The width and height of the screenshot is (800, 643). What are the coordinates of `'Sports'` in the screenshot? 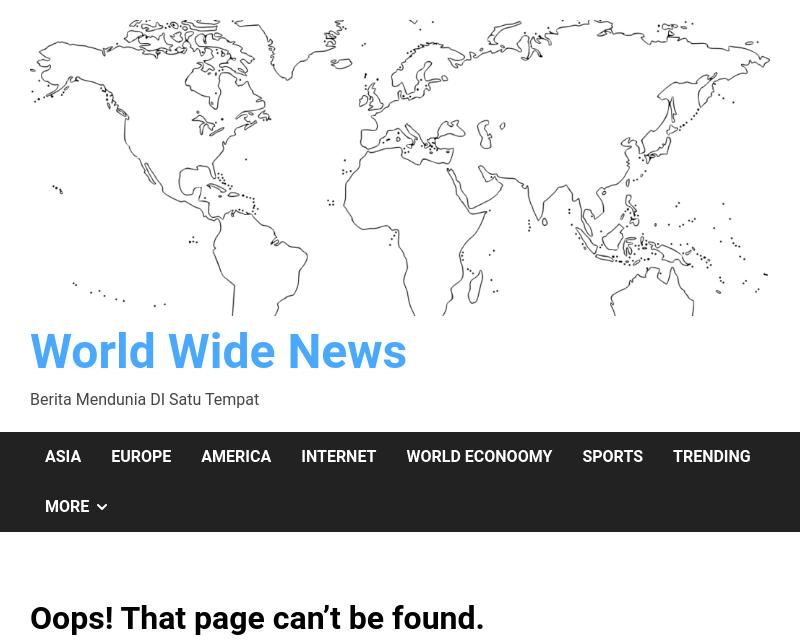 It's located at (612, 455).